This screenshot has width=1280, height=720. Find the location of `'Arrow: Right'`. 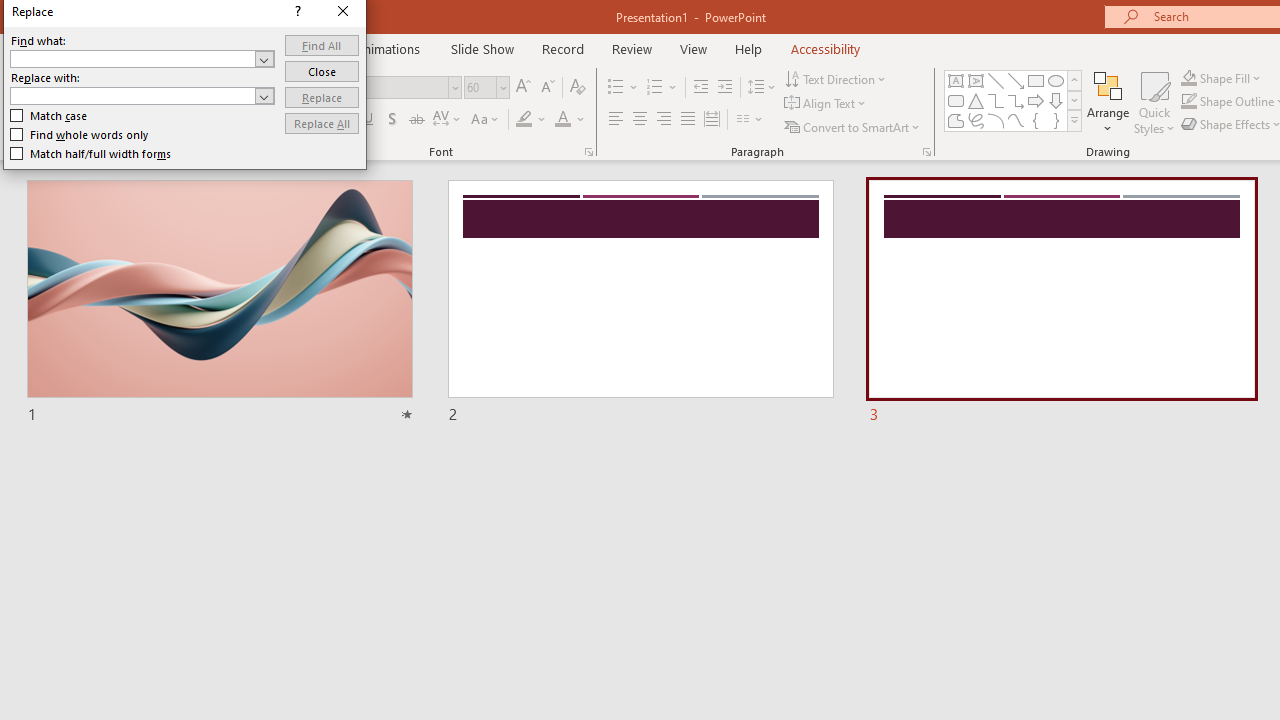

'Arrow: Right' is located at coordinates (1036, 100).